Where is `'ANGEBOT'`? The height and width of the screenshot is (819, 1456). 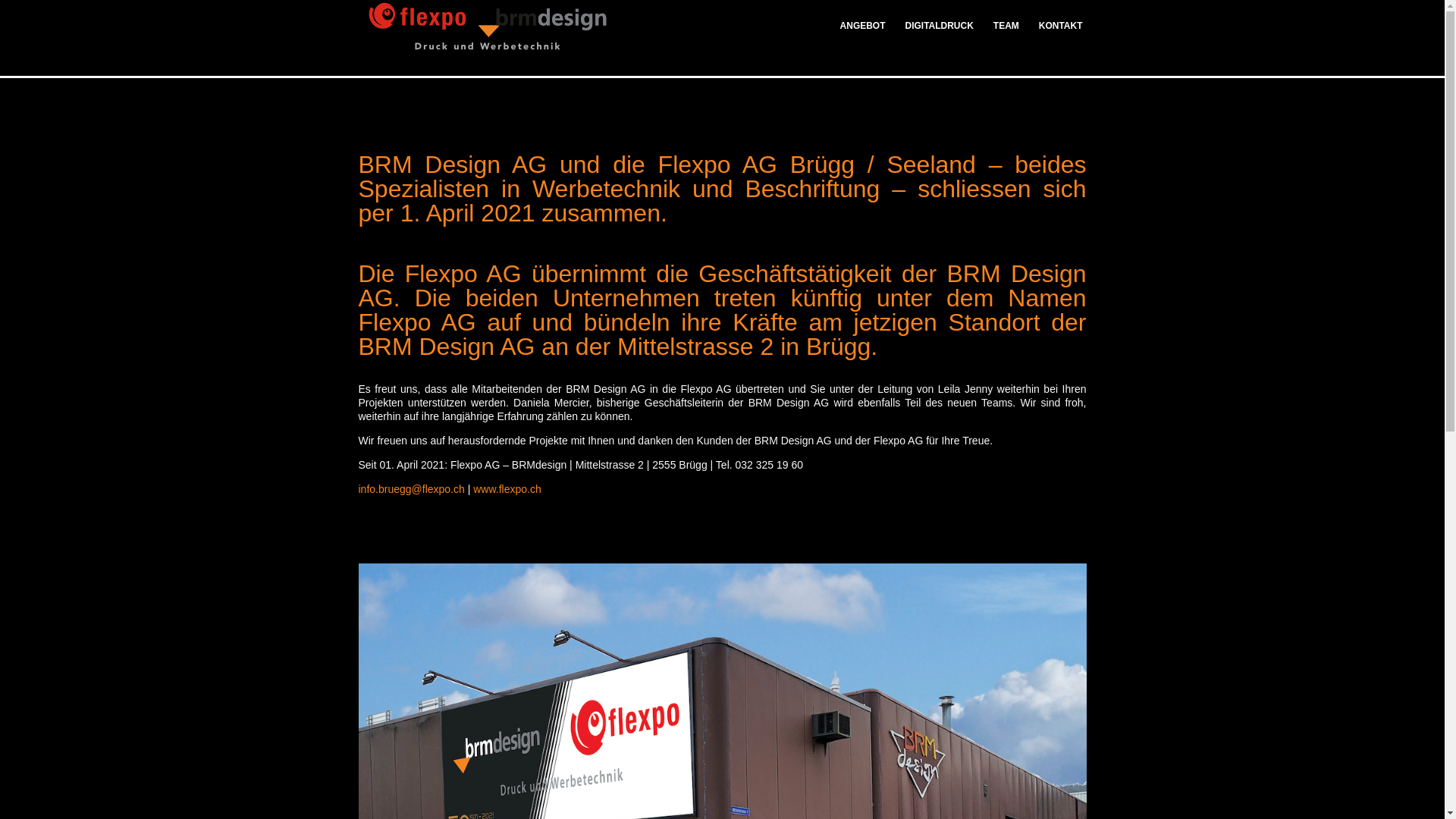 'ANGEBOT' is located at coordinates (868, 36).